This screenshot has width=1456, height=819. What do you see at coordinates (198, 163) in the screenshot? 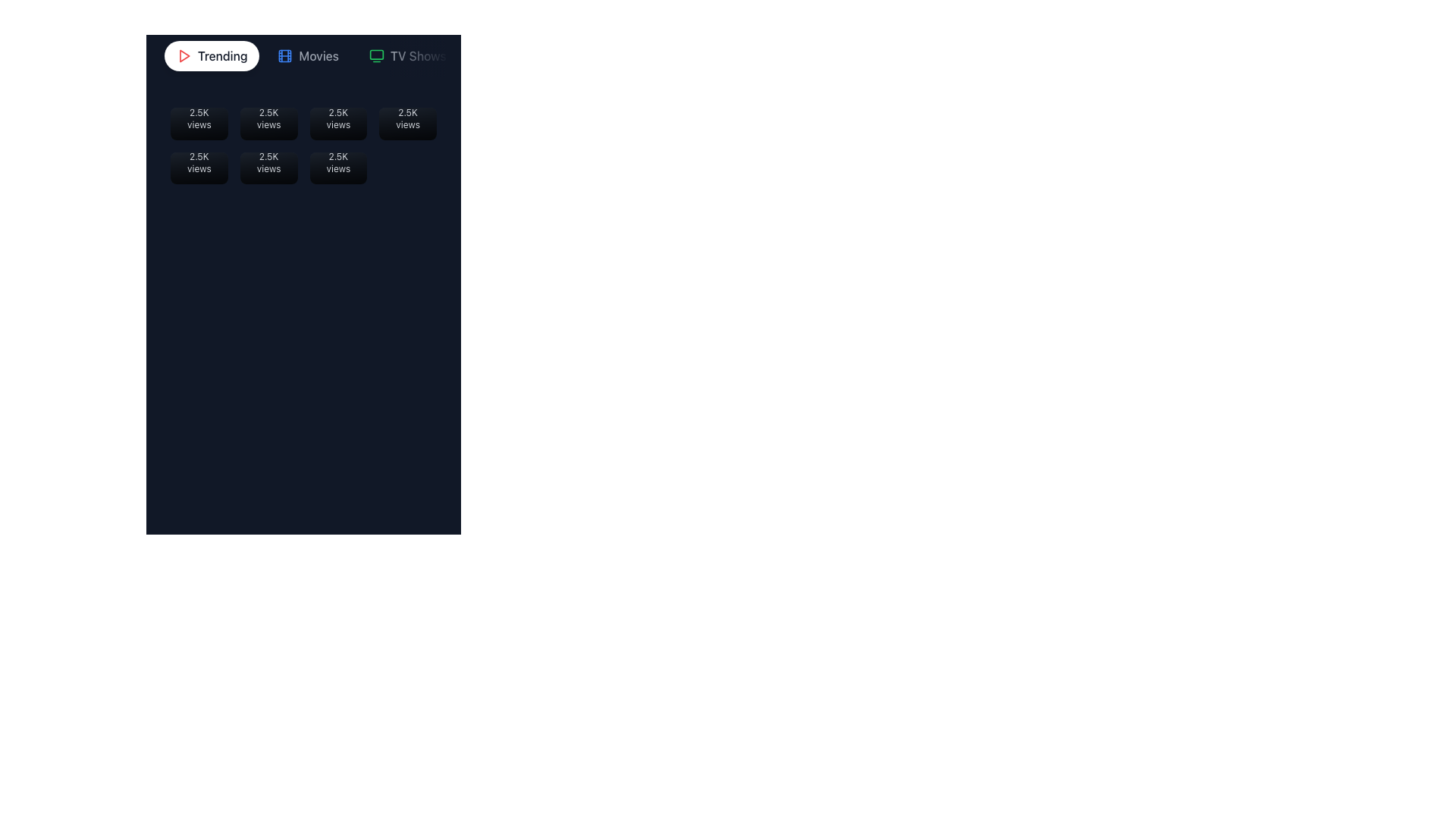
I see `the gray text label displaying '2.5K views' located at the bottom of a card in the first row and left-most column of a 2x3 grid layout` at bounding box center [198, 163].